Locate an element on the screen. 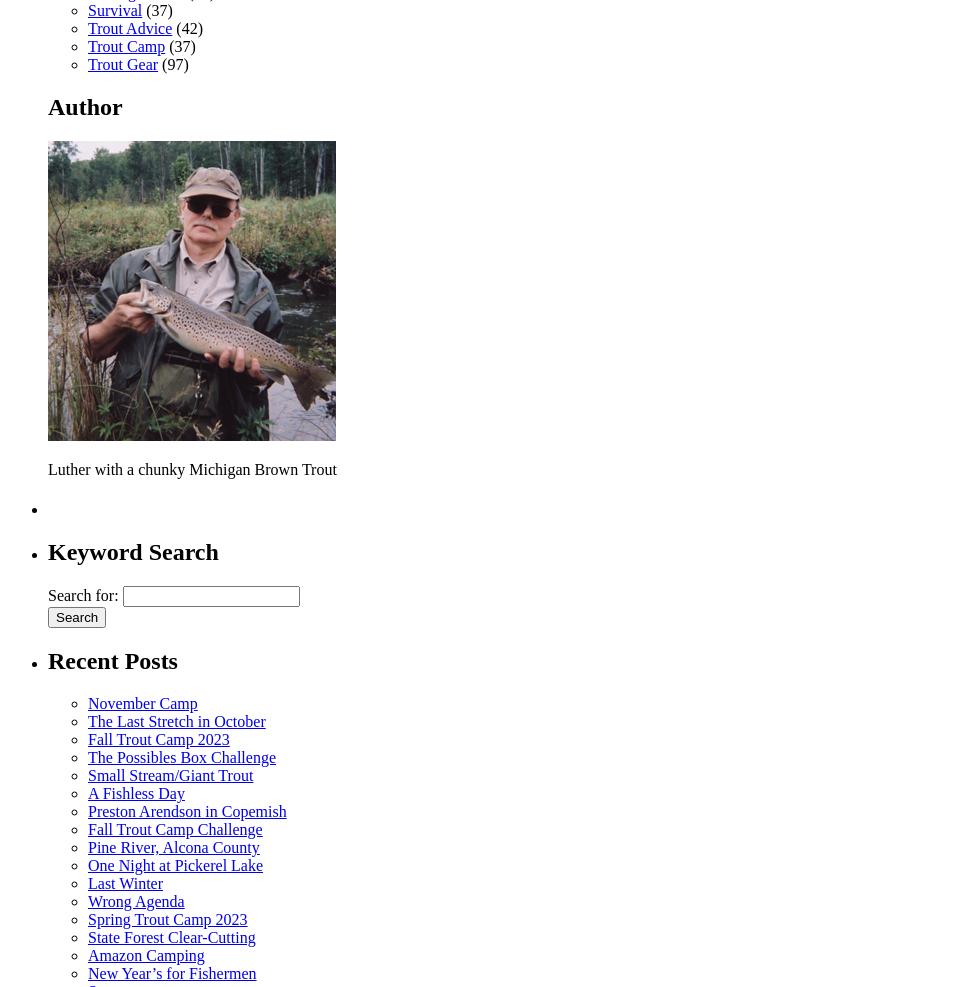  'Search for:' is located at coordinates (82, 594).